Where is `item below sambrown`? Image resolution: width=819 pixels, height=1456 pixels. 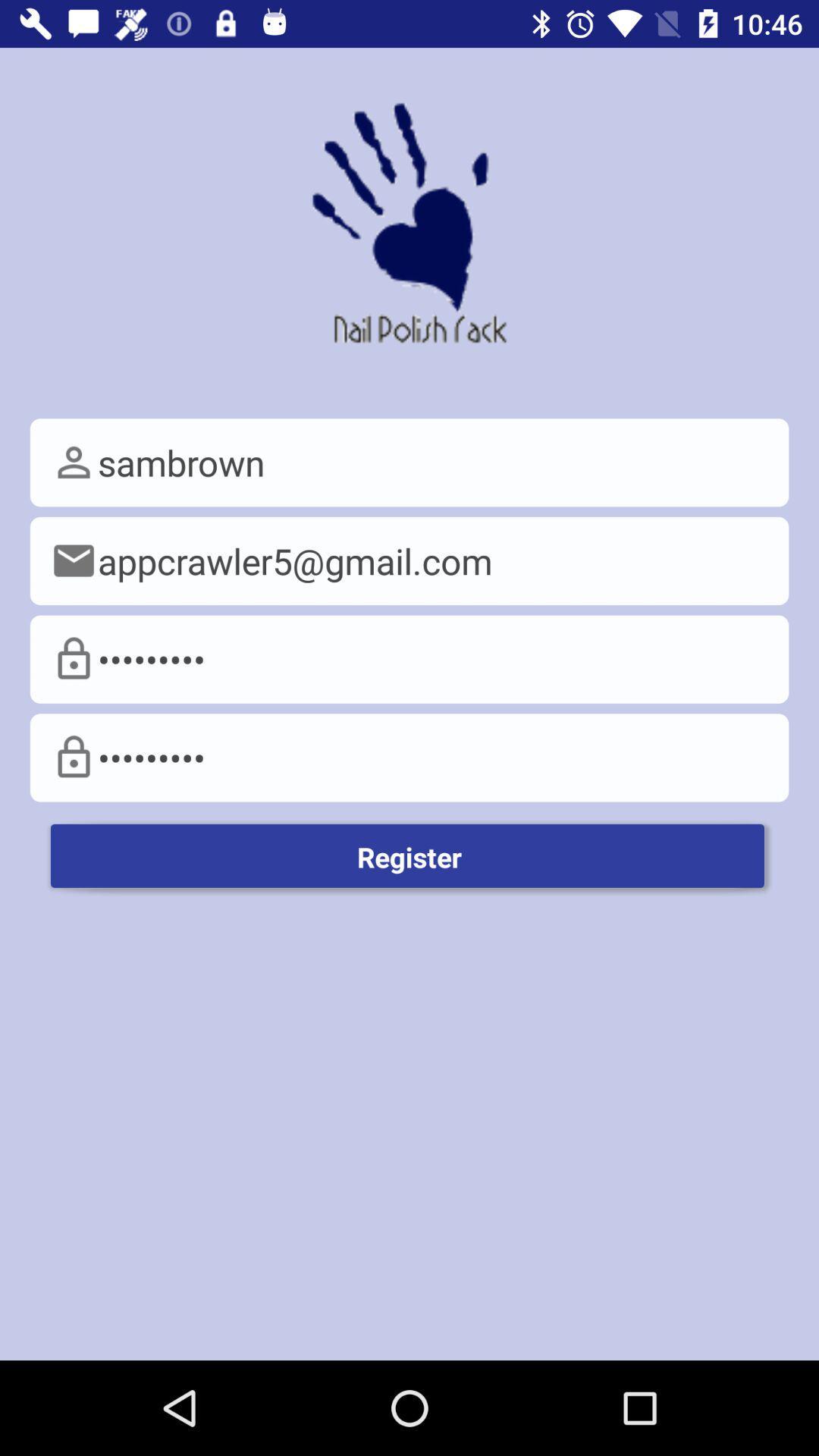 item below sambrown is located at coordinates (409, 560).